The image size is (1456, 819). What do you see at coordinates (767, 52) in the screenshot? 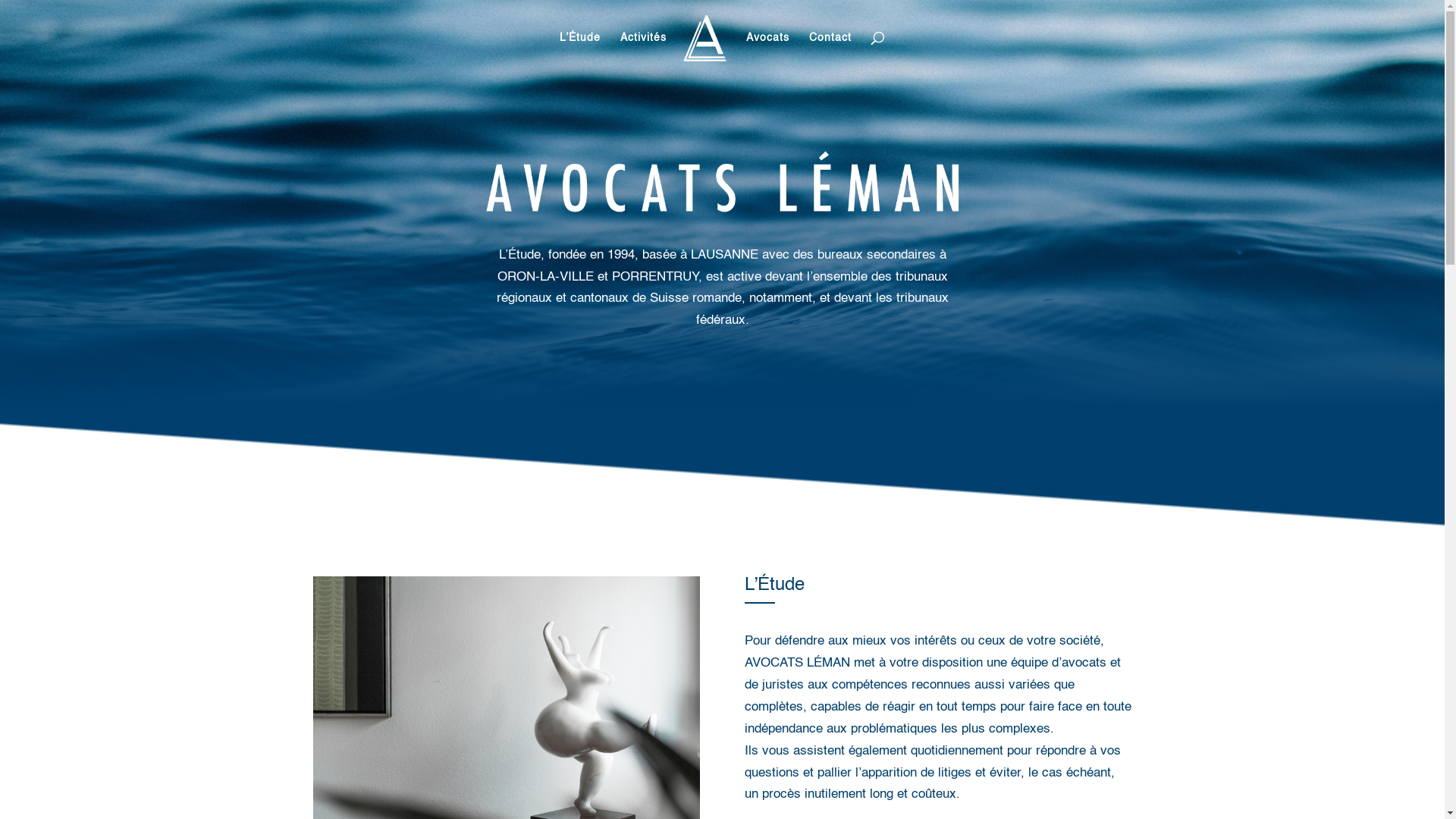
I see `'Avocats'` at bounding box center [767, 52].